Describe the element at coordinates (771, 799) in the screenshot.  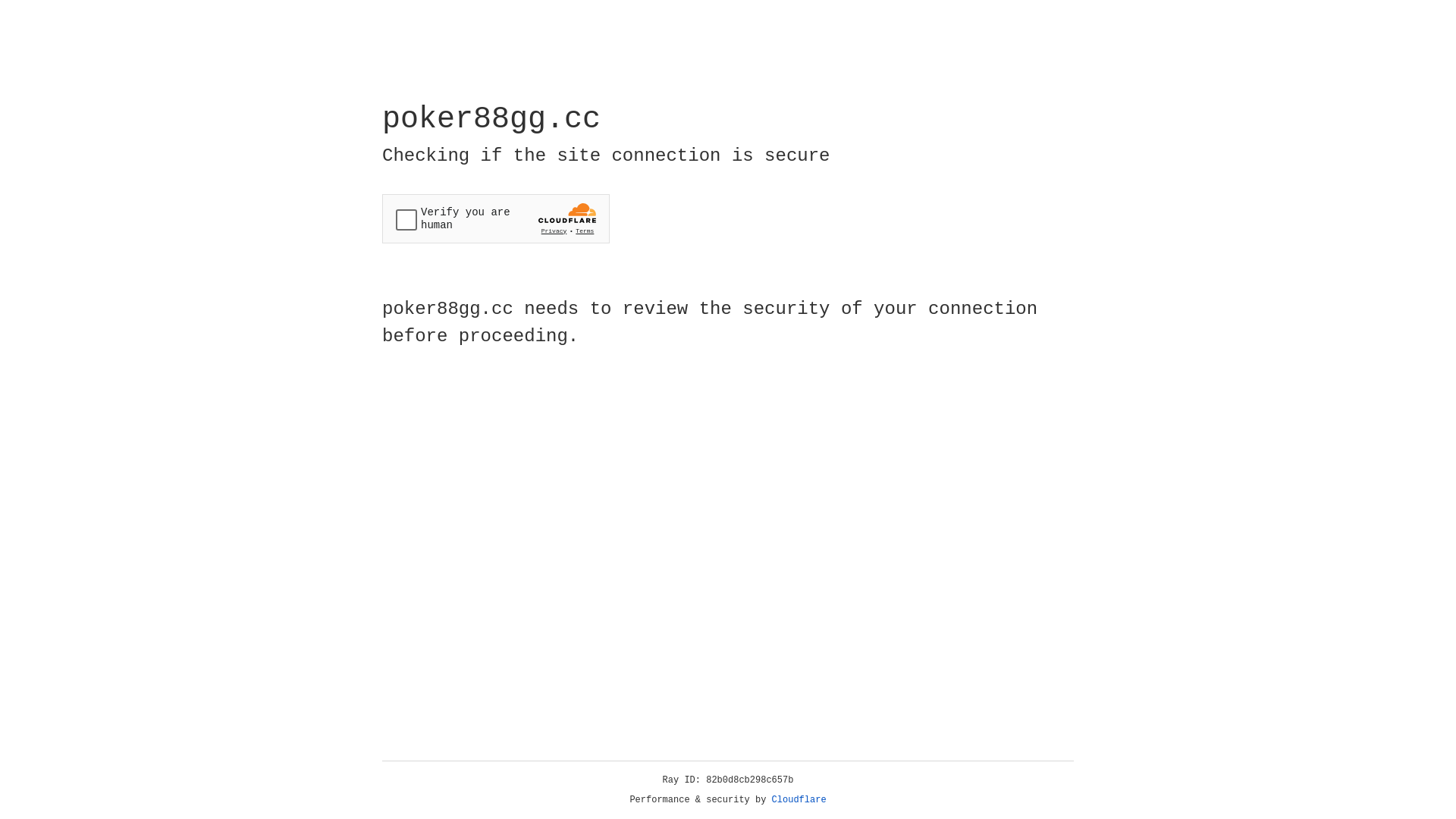
I see `'Cloudflare'` at that location.